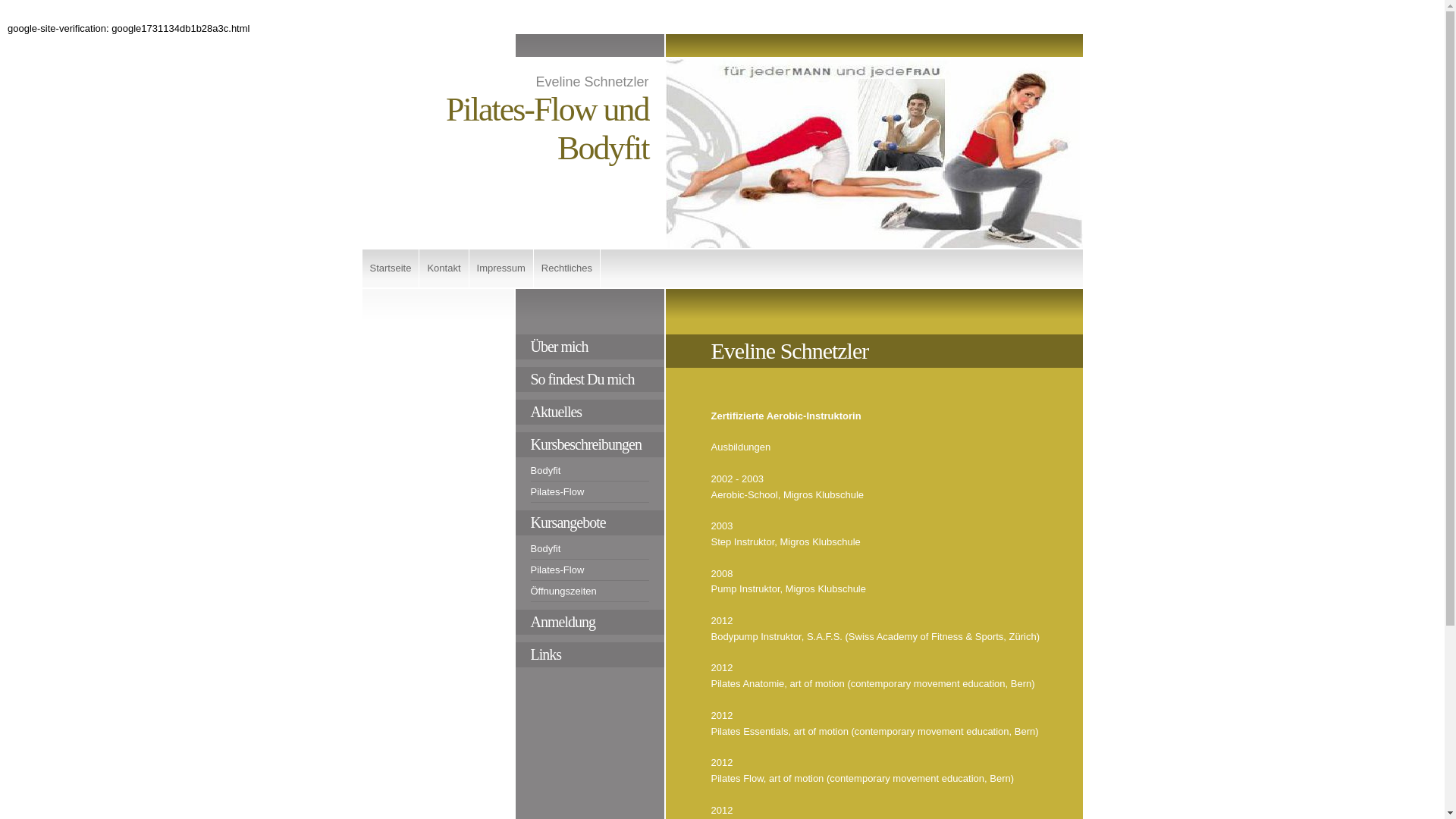 This screenshot has width=1456, height=819. I want to click on 'Kontakt', so click(443, 268).